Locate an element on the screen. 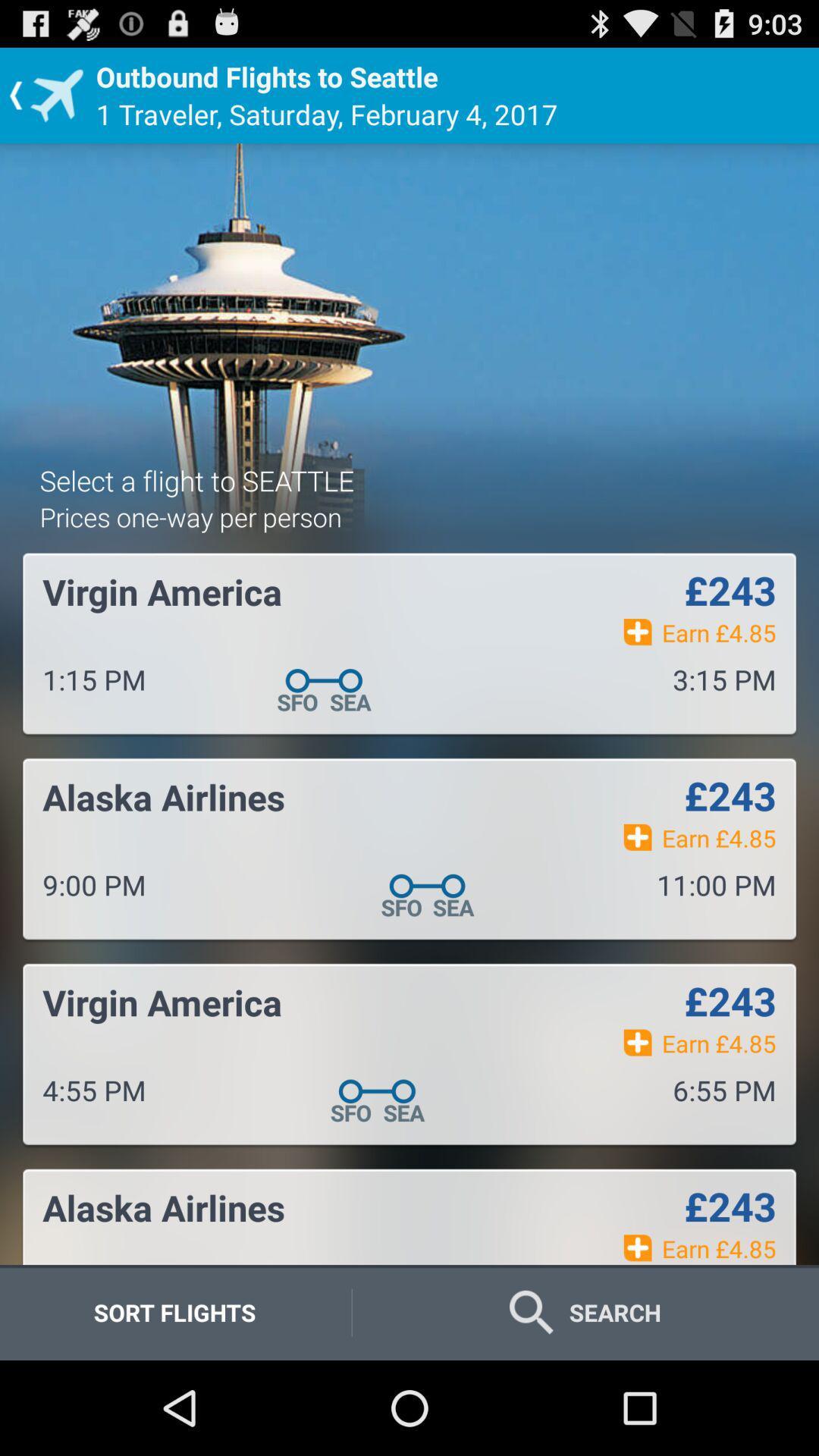 Image resolution: width=819 pixels, height=1456 pixels. icon below the select a flight is located at coordinates (190, 516).